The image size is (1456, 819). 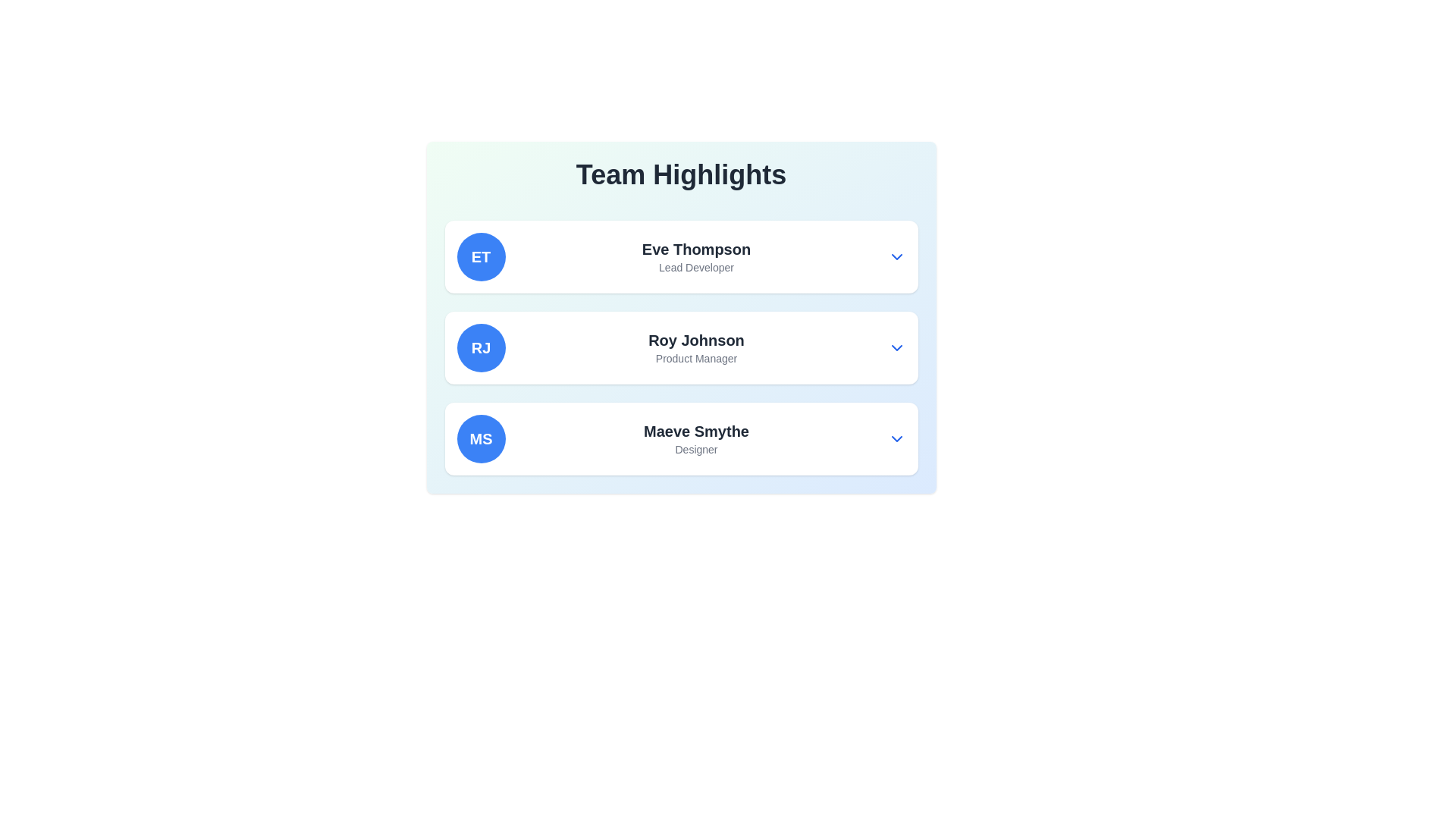 What do you see at coordinates (695, 256) in the screenshot?
I see `the Text Display element that shows 'Eve Thompson' in bold and 'Lead Developer' in a smaller font, located in the first card under the 'Team Highlights' section` at bounding box center [695, 256].